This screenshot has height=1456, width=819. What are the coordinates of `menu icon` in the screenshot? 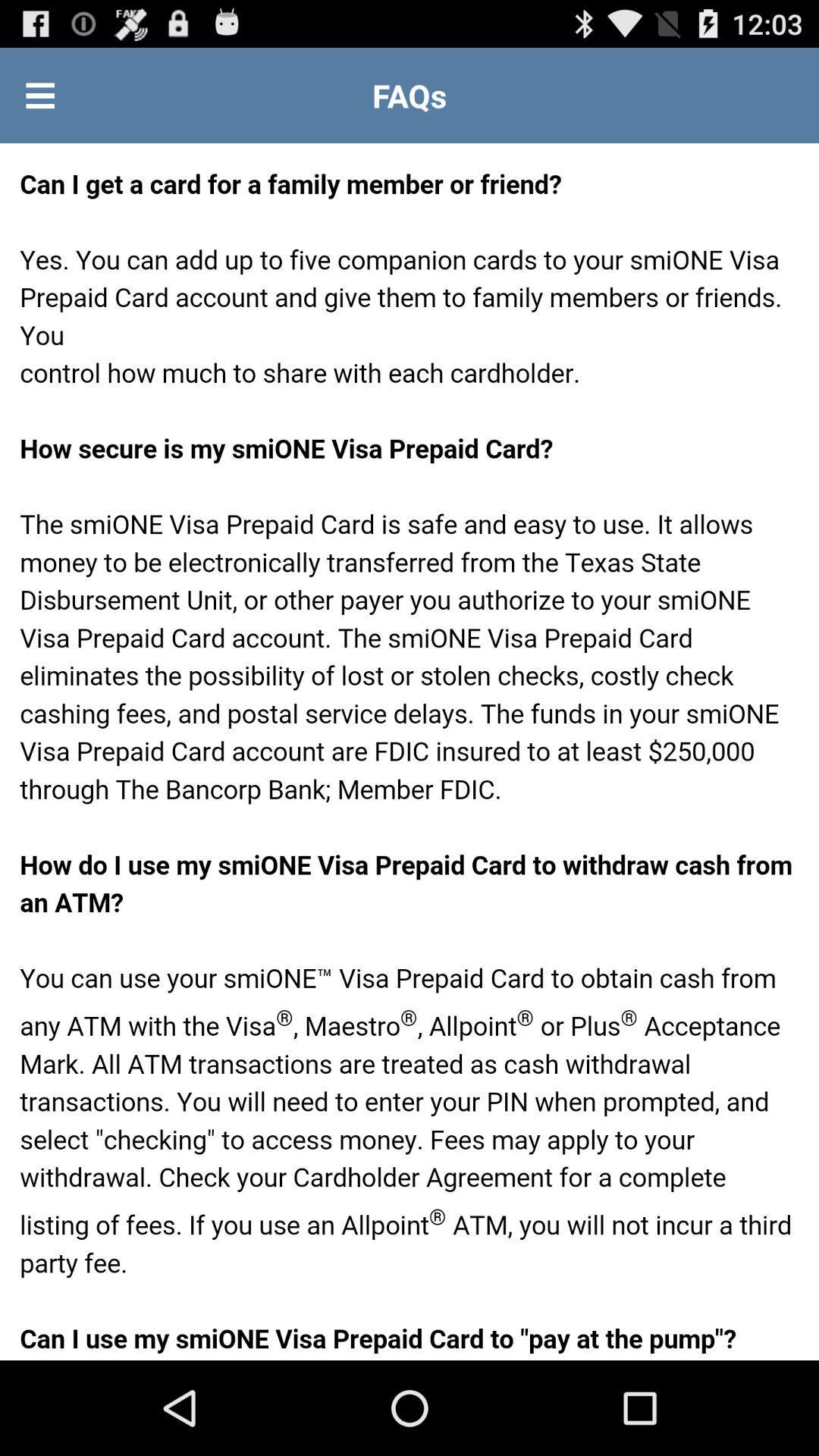 It's located at (39, 94).